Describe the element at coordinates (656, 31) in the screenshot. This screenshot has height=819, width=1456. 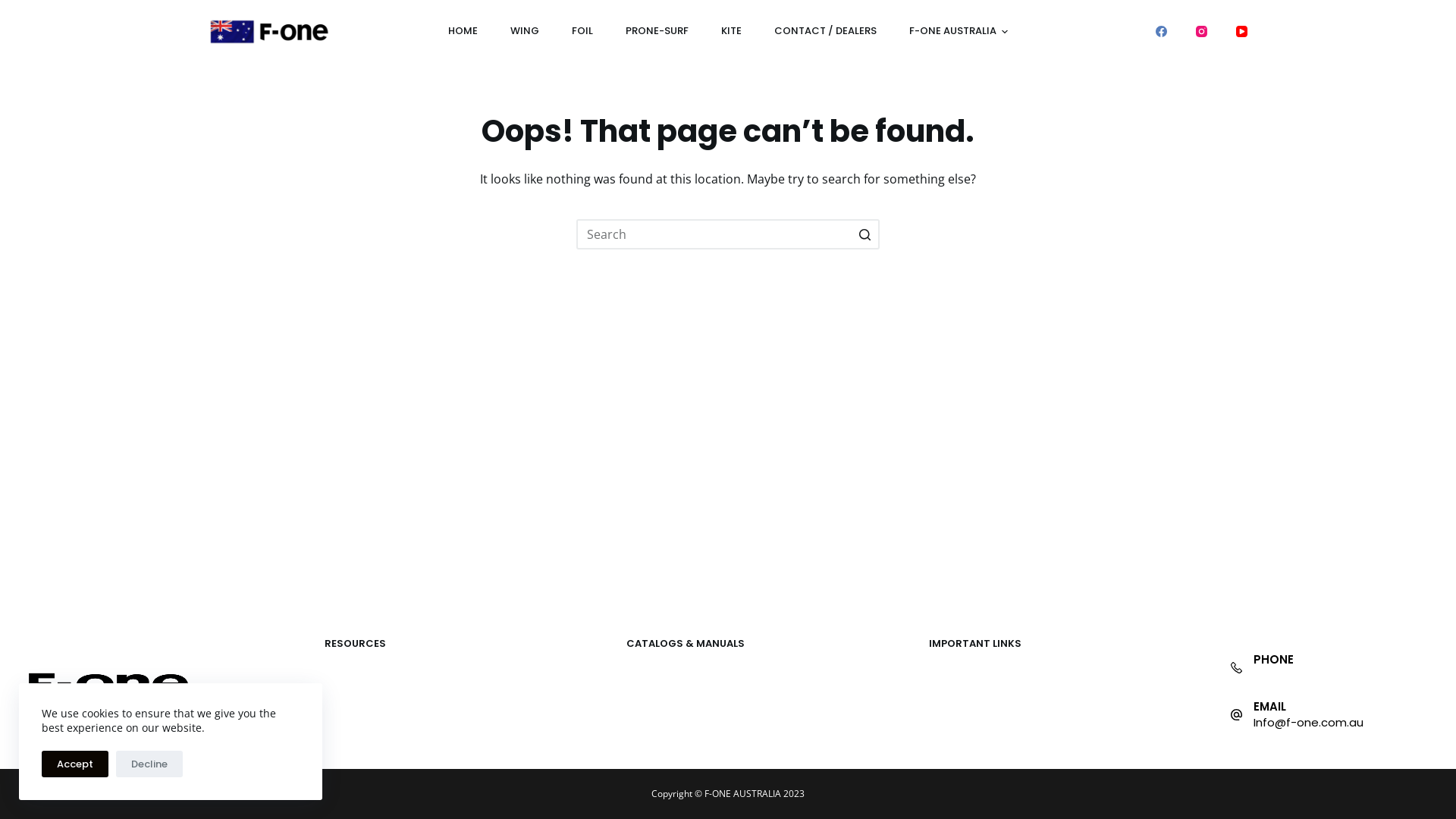
I see `'PRONE-SURF'` at that location.